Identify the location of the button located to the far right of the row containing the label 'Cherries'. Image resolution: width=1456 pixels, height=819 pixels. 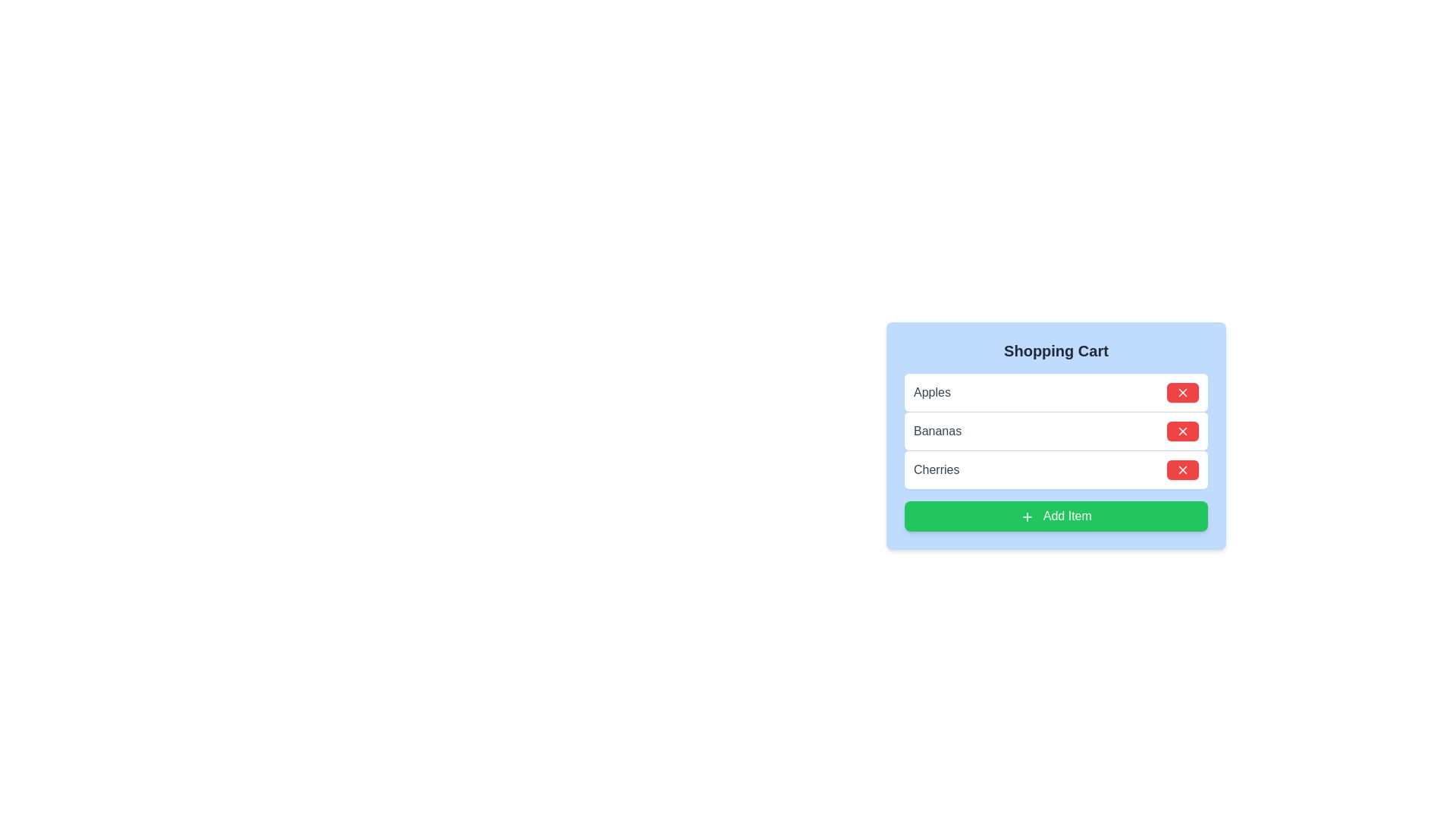
(1182, 469).